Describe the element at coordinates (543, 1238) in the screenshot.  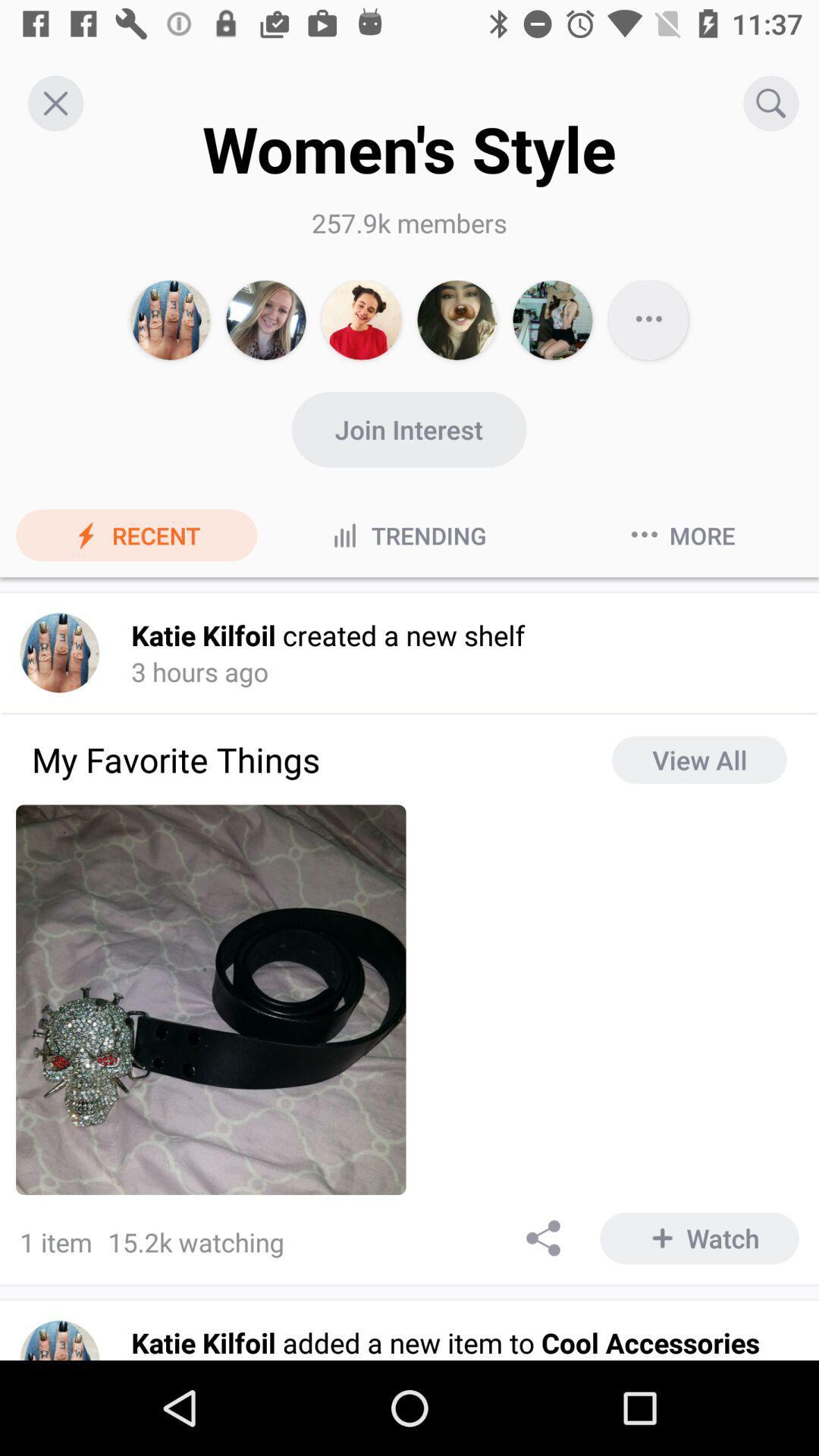
I see `open share options` at that location.